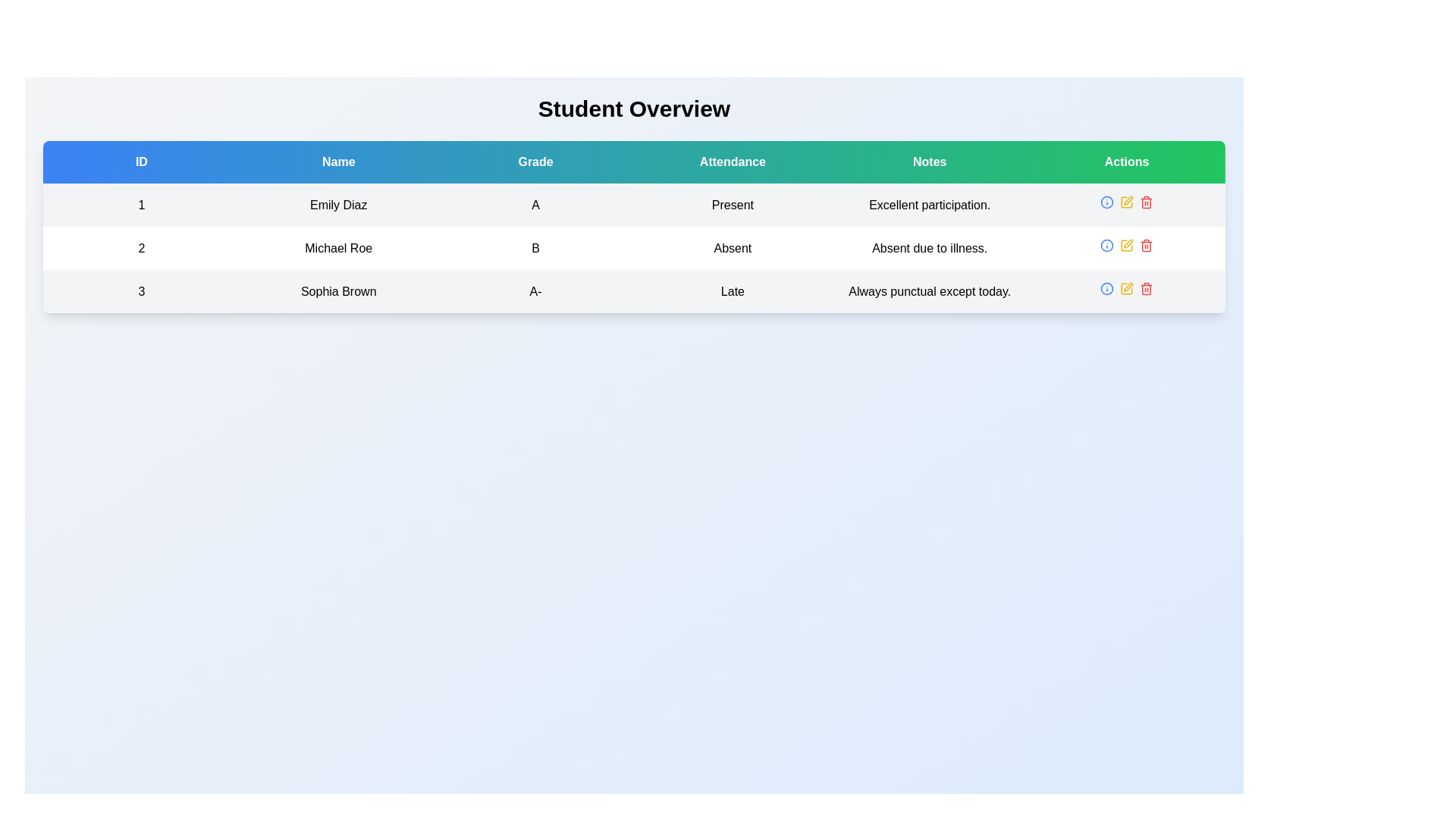 This screenshot has height=819, width=1456. I want to click on the red trash can icon located in the 'Actions' column of the second data row, so click(1147, 245).